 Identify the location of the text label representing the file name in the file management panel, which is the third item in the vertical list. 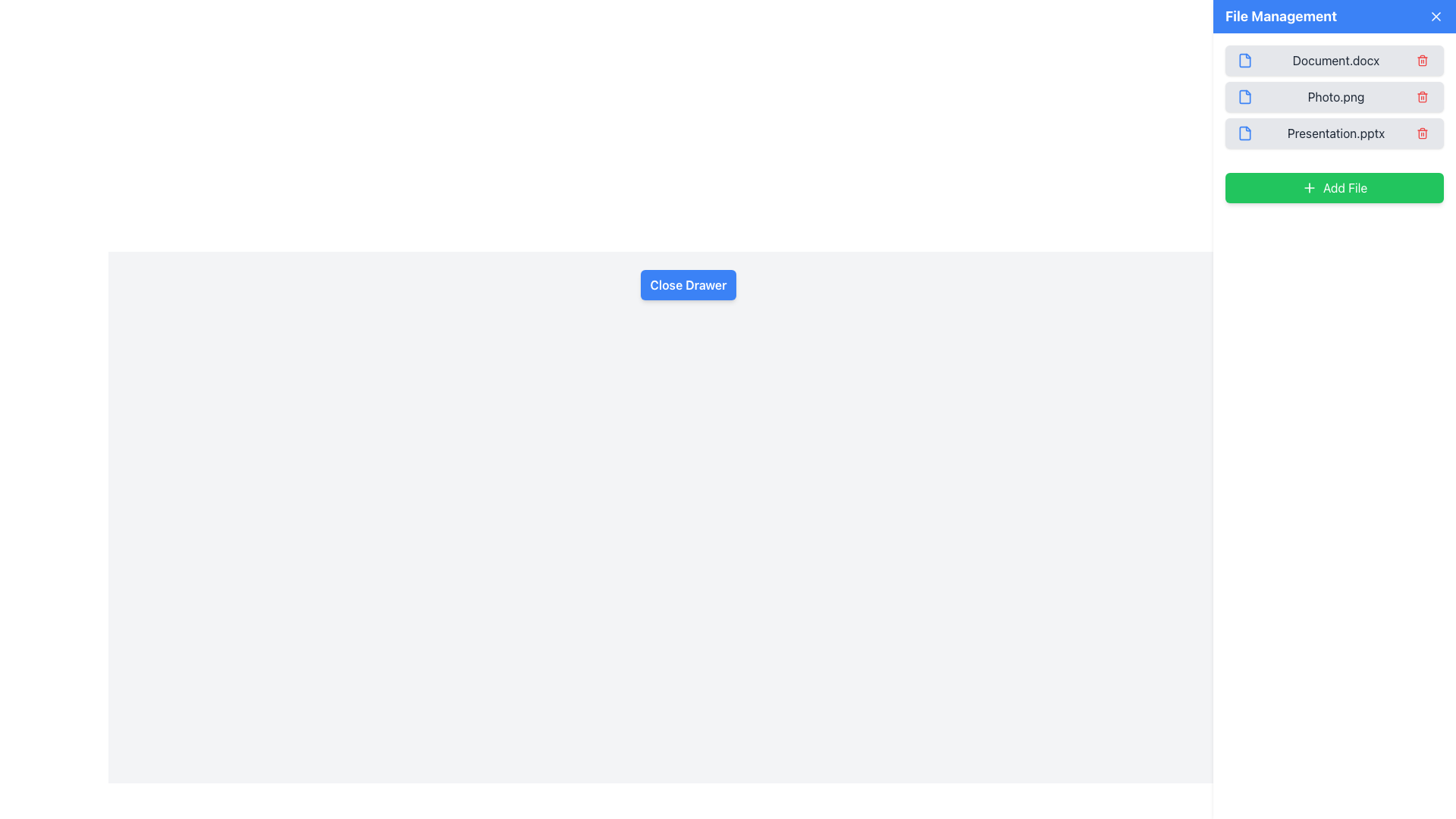
(1335, 133).